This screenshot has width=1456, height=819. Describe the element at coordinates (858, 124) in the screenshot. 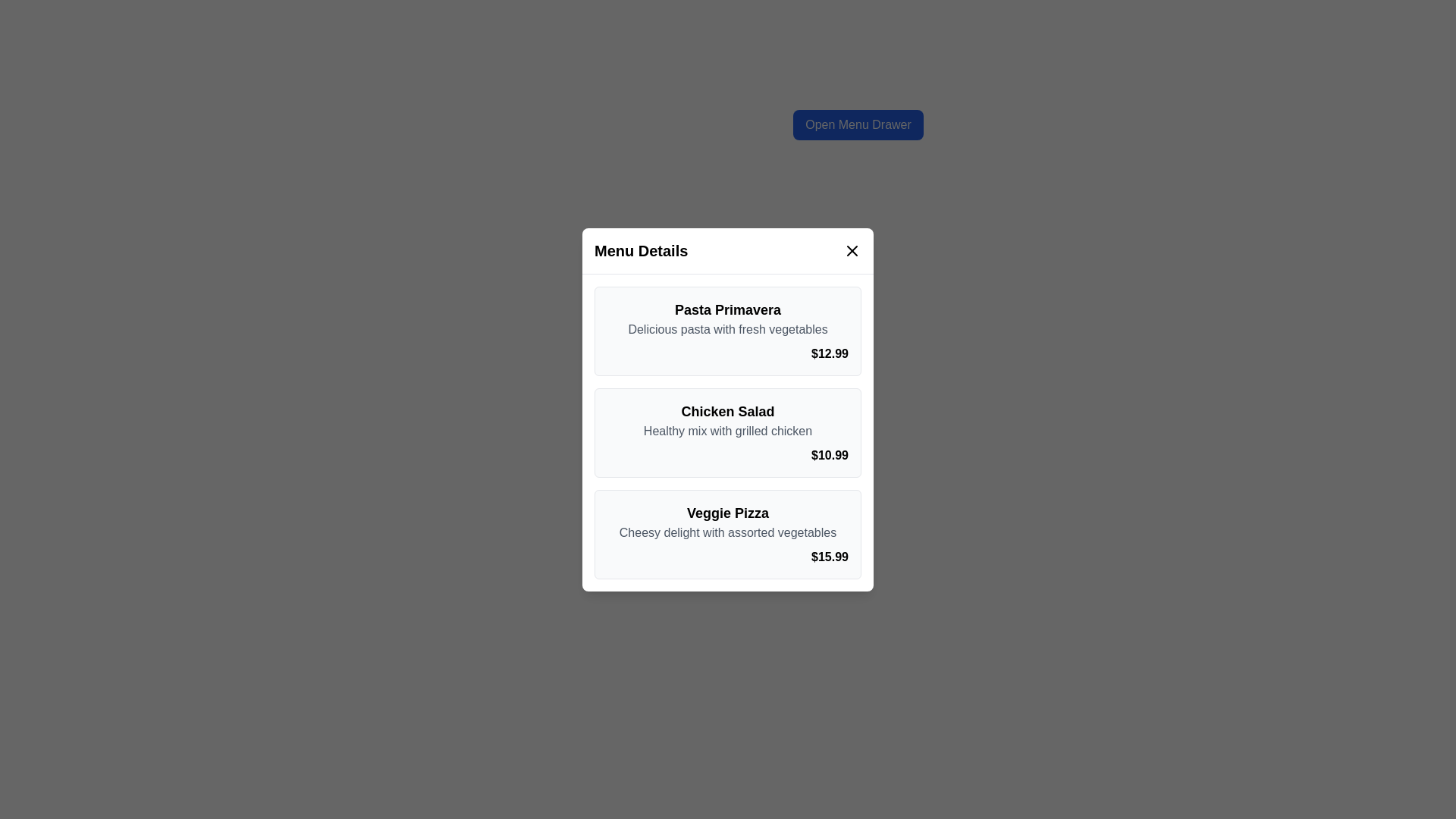

I see `the 'Open Menu Drawer' button, which is a rectangular button with rounded corners, blue background, and white text, located in the top-right quadrant of the interface` at that location.